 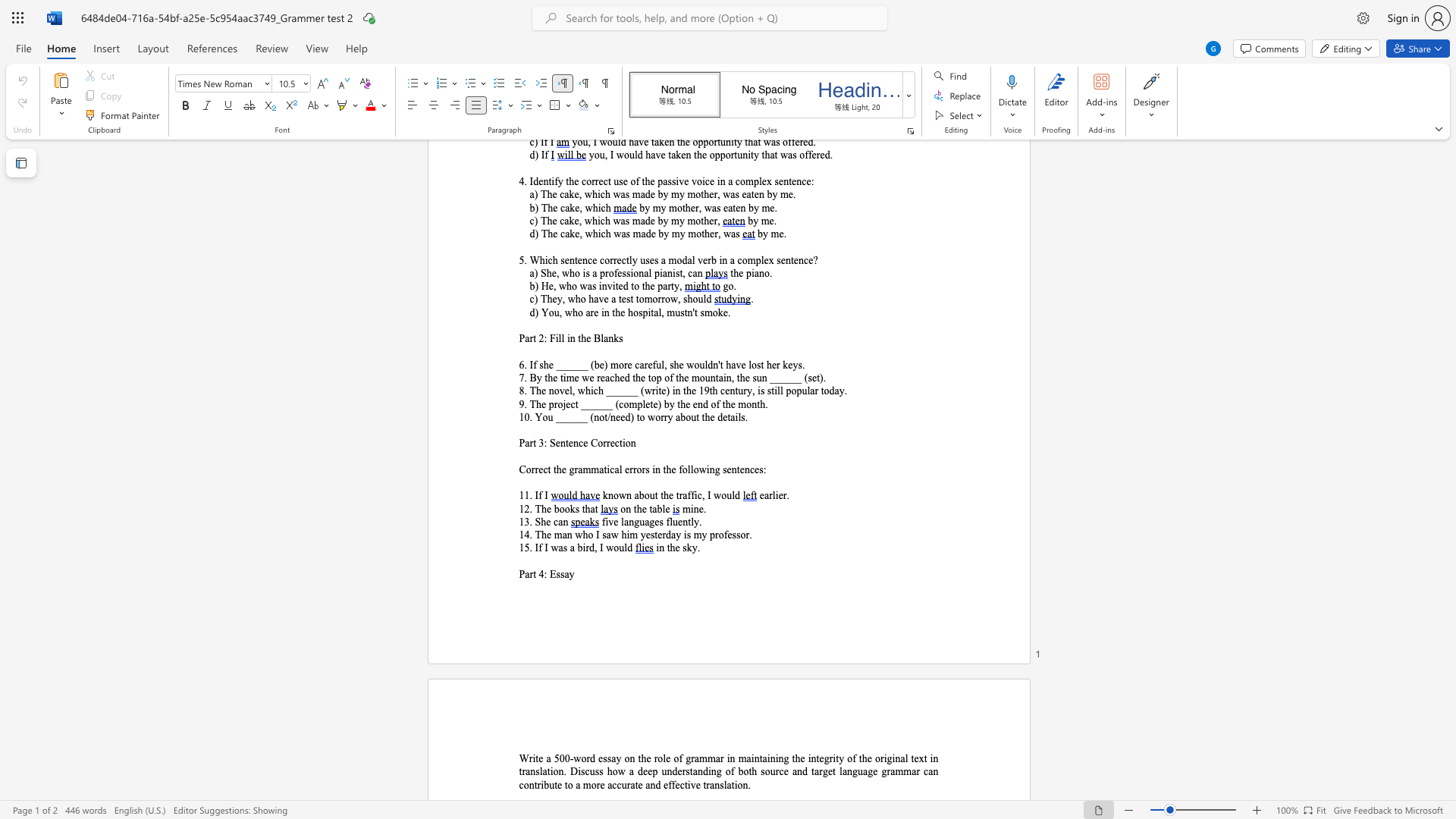 What do you see at coordinates (524, 521) in the screenshot?
I see `the space between the continuous character "1" and "3" in the text` at bounding box center [524, 521].